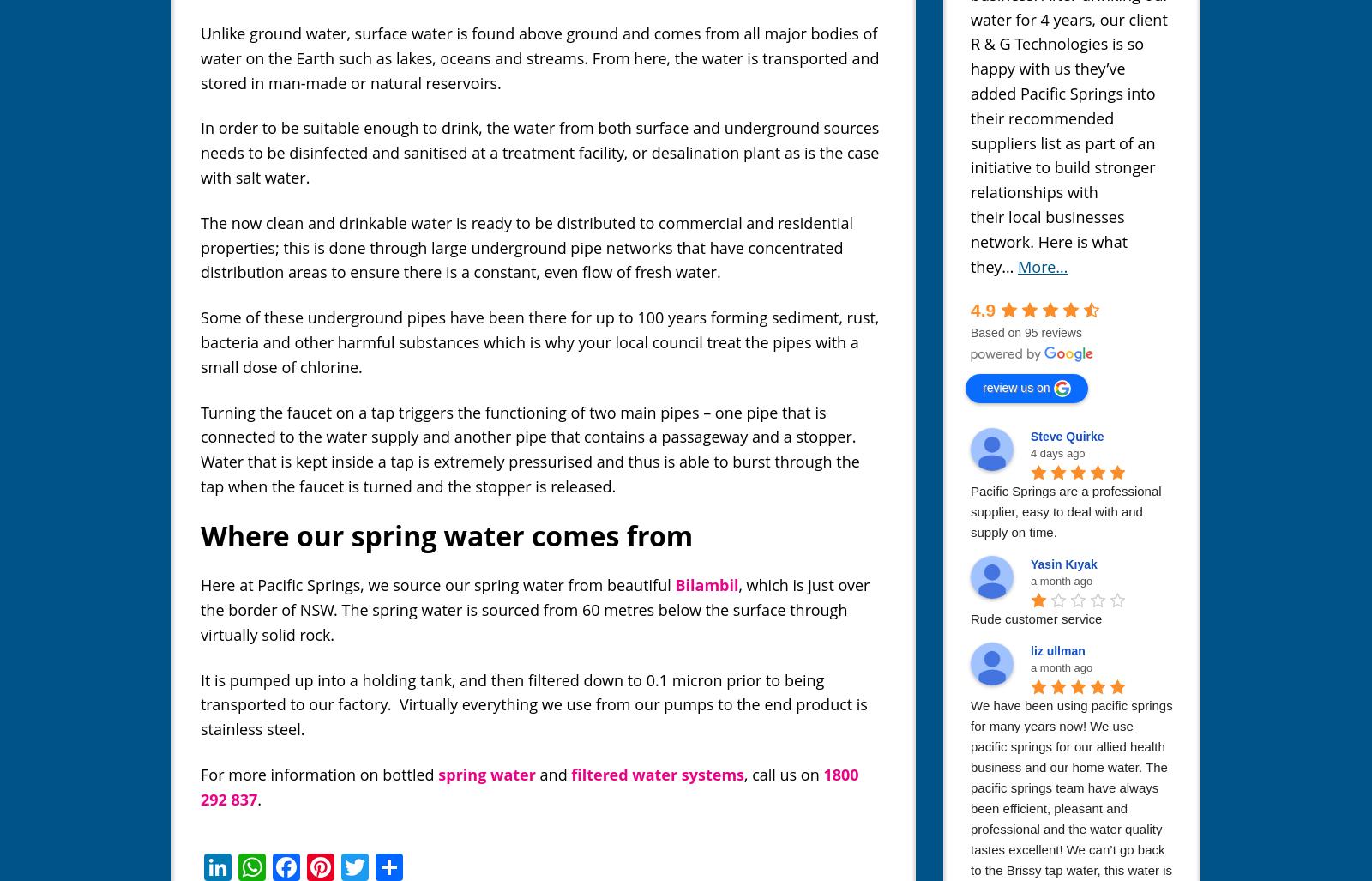  What do you see at coordinates (200, 448) in the screenshot?
I see `'Turning the faucet on a tap triggers the functioning of two main pipes – one pipe that is connected to the water supply and another pipe that contains a passageway and a stopper. Water that is kept inside a tap is extremely pressurised and thus is able to burst through the tap when the faucet is turned and the stopper is released.'` at bounding box center [200, 448].